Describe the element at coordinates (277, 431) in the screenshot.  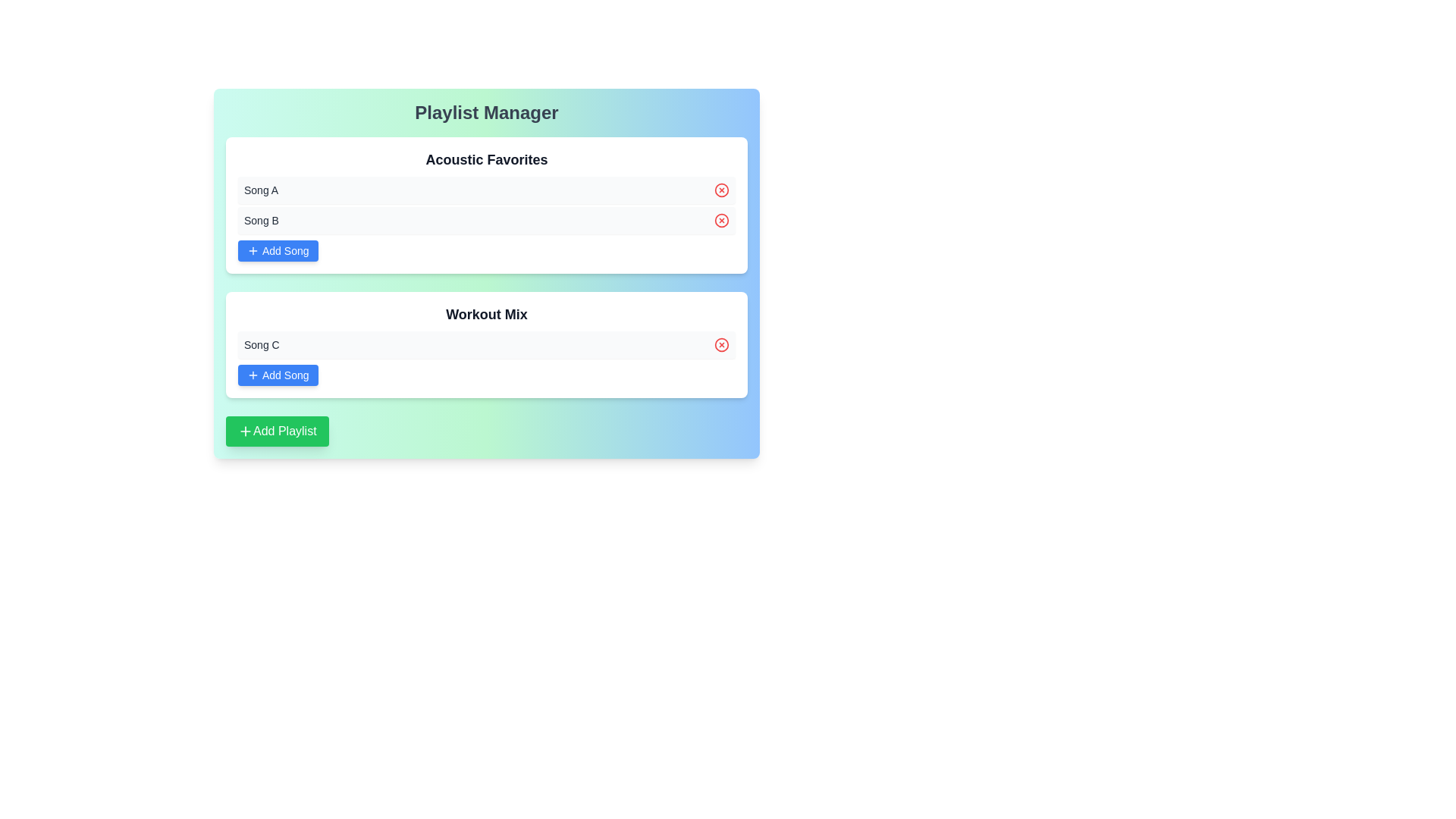
I see `the button at the bottom of the 'Playlist Manager' section to create a new playlist` at that location.